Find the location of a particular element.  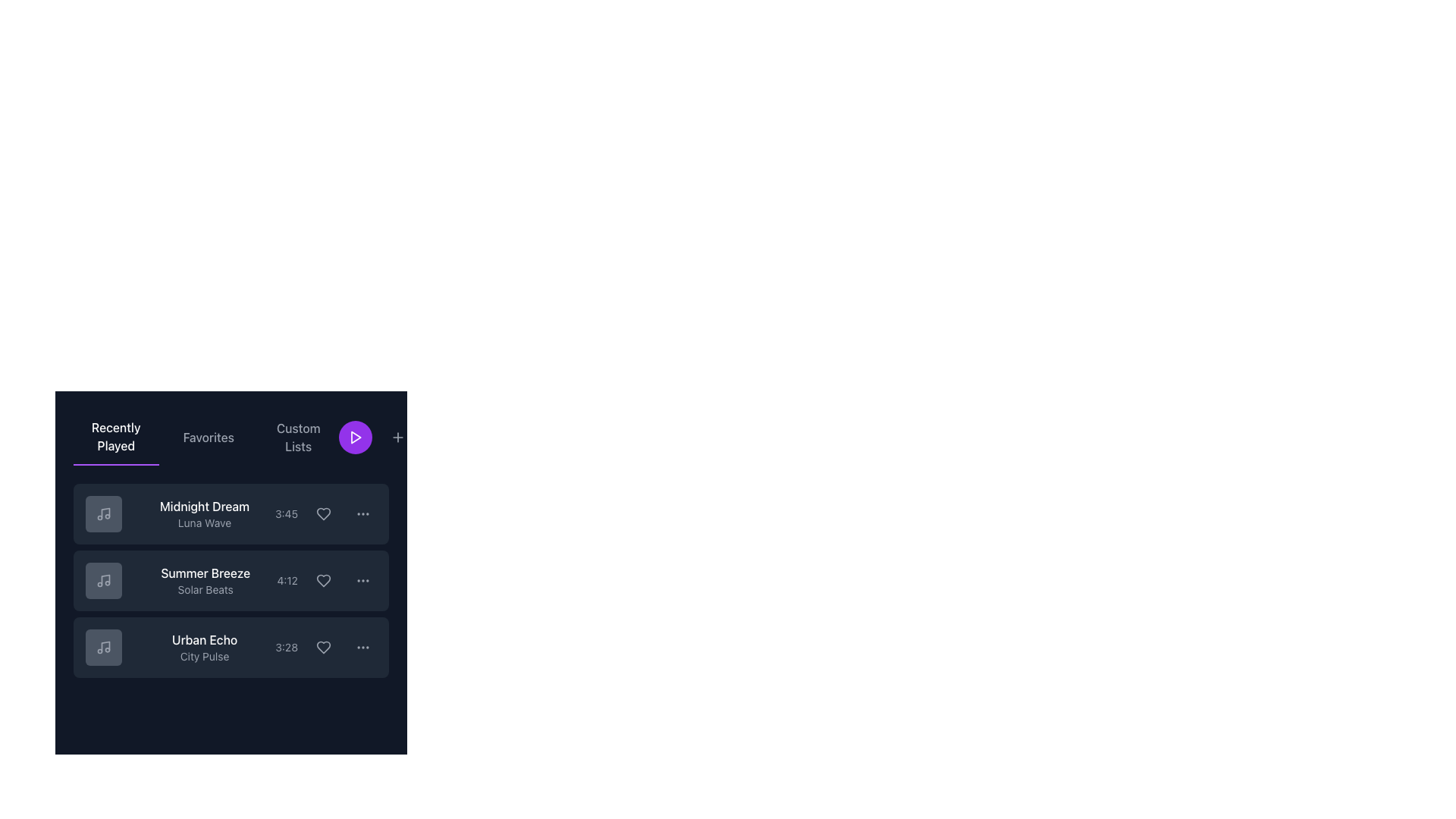

the button located at the top-right corner of the interface, which is the second circular button in a horizontal row and positioned to the right of a purple circular play button is located at coordinates (397, 438).